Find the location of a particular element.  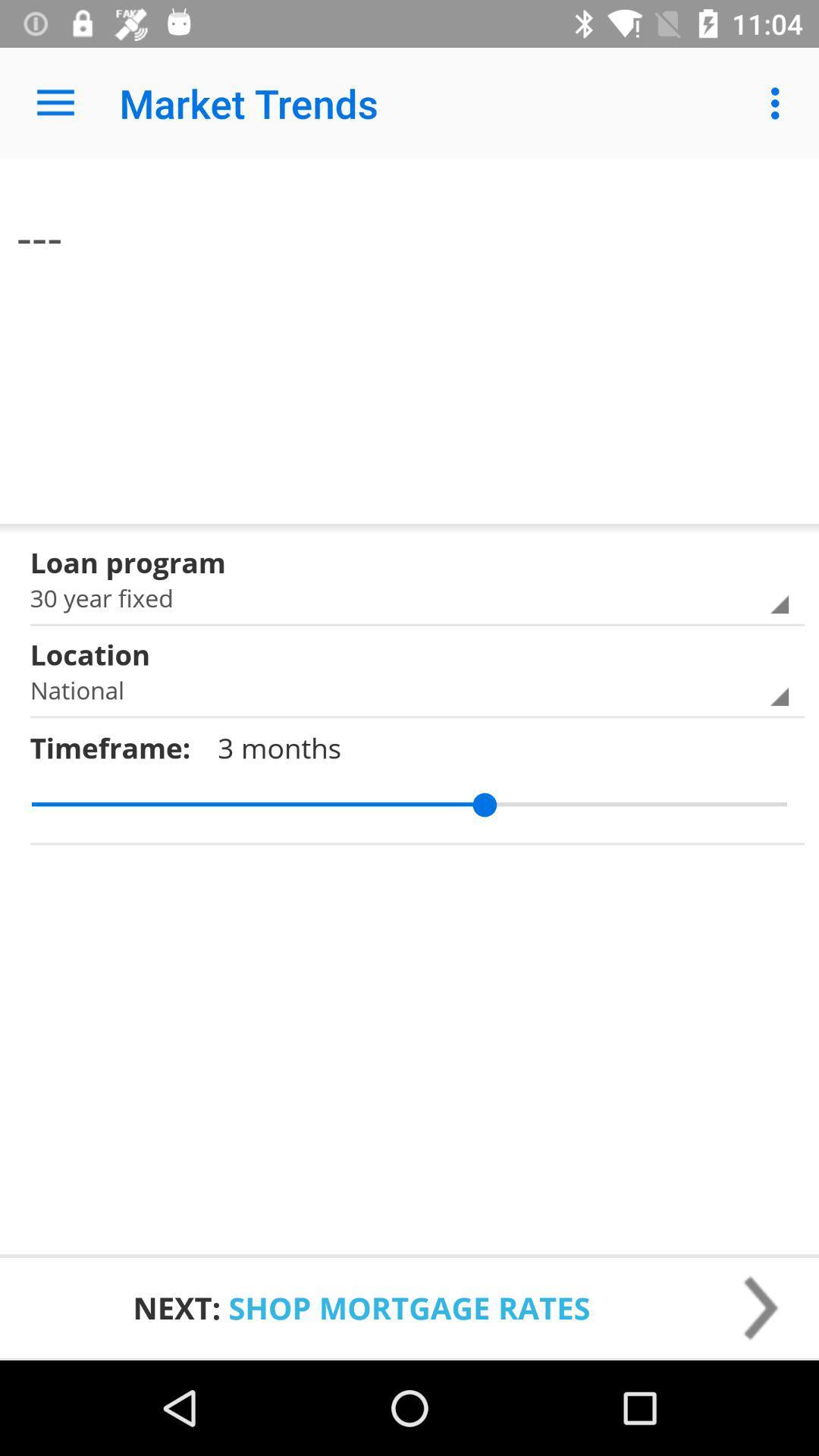

icon at the top right corner is located at coordinates (779, 102).